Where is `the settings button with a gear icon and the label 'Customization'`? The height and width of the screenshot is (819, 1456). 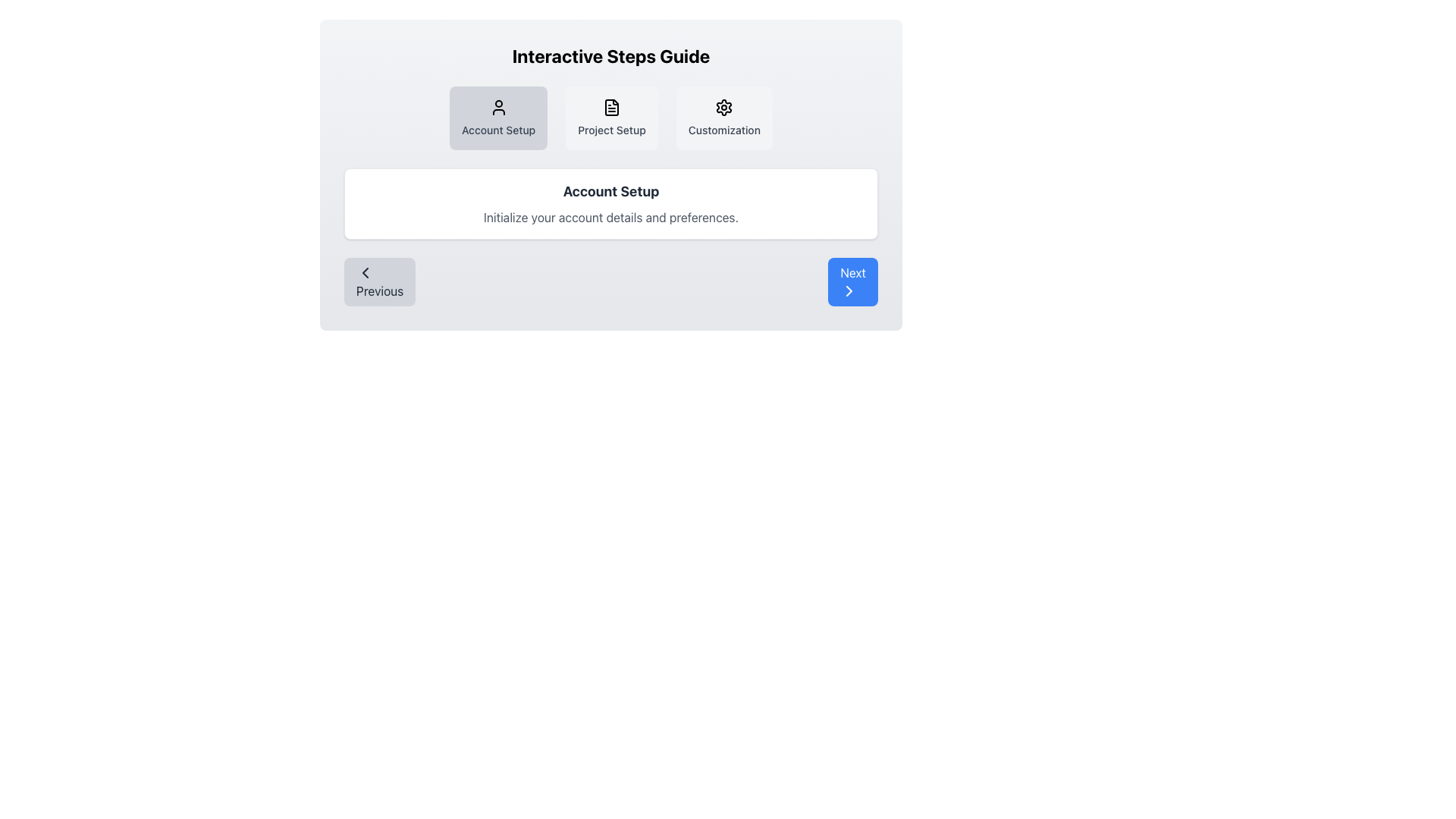
the settings button with a gear icon and the label 'Customization' is located at coordinates (723, 117).